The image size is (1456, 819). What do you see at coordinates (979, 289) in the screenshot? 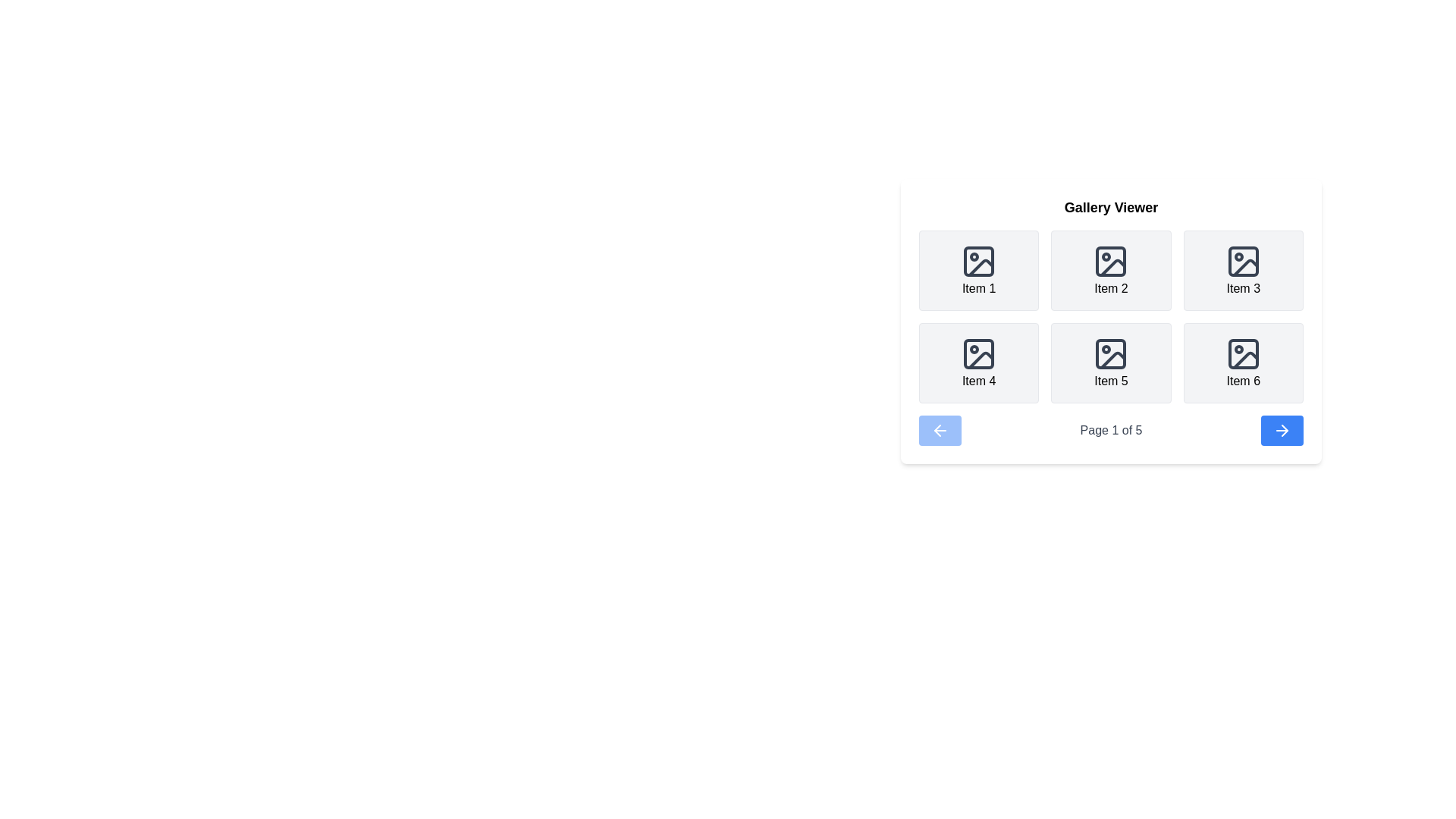
I see `label element that provides textual identification for the associated icon above it, located in the first position of a grid layout in the gallery viewer` at bounding box center [979, 289].